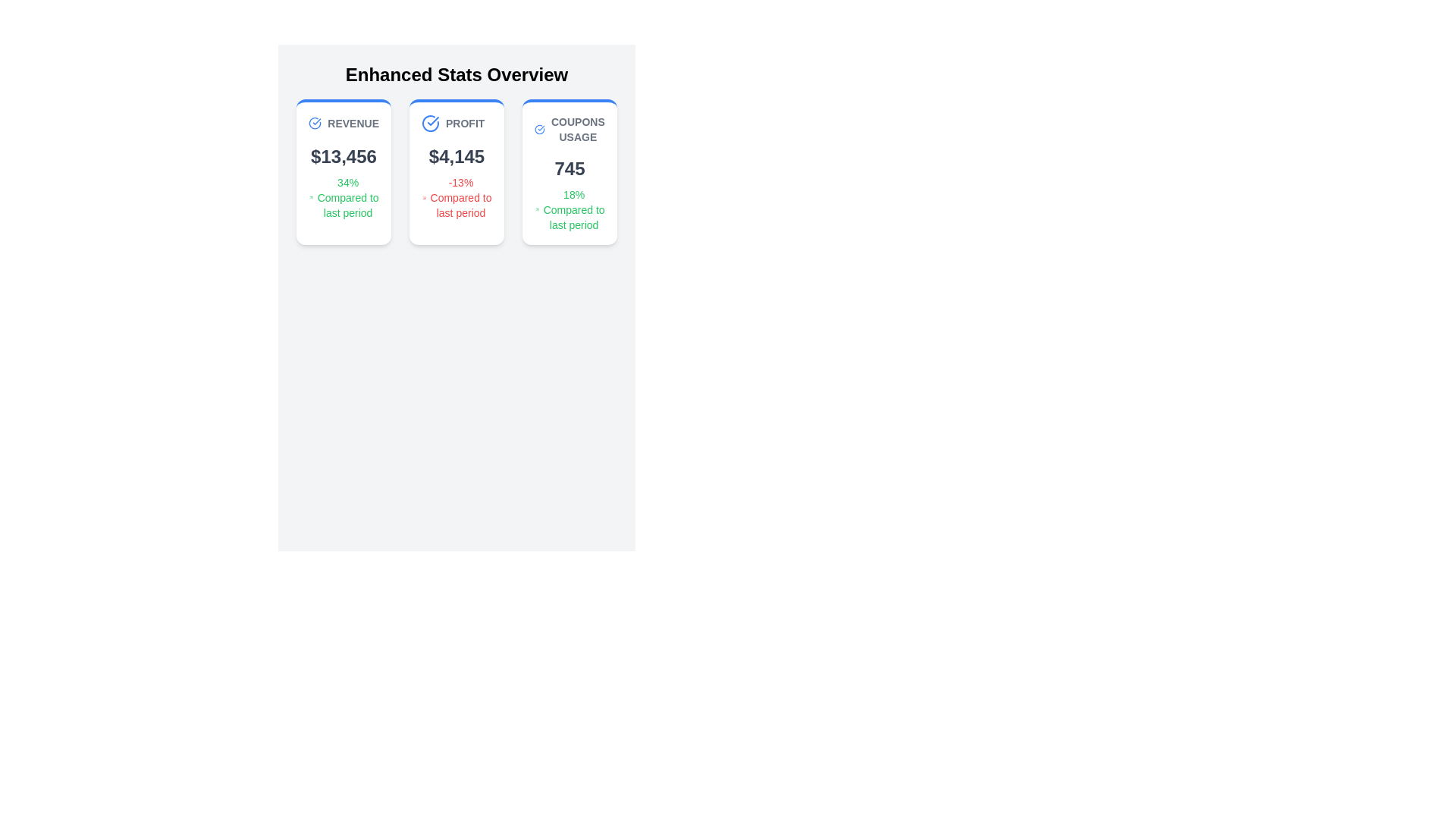 The width and height of the screenshot is (1456, 819). I want to click on green text displaying '34% Compared to last period' located in the 'REVENUE' card below the monetary value of $13,456, so click(347, 197).